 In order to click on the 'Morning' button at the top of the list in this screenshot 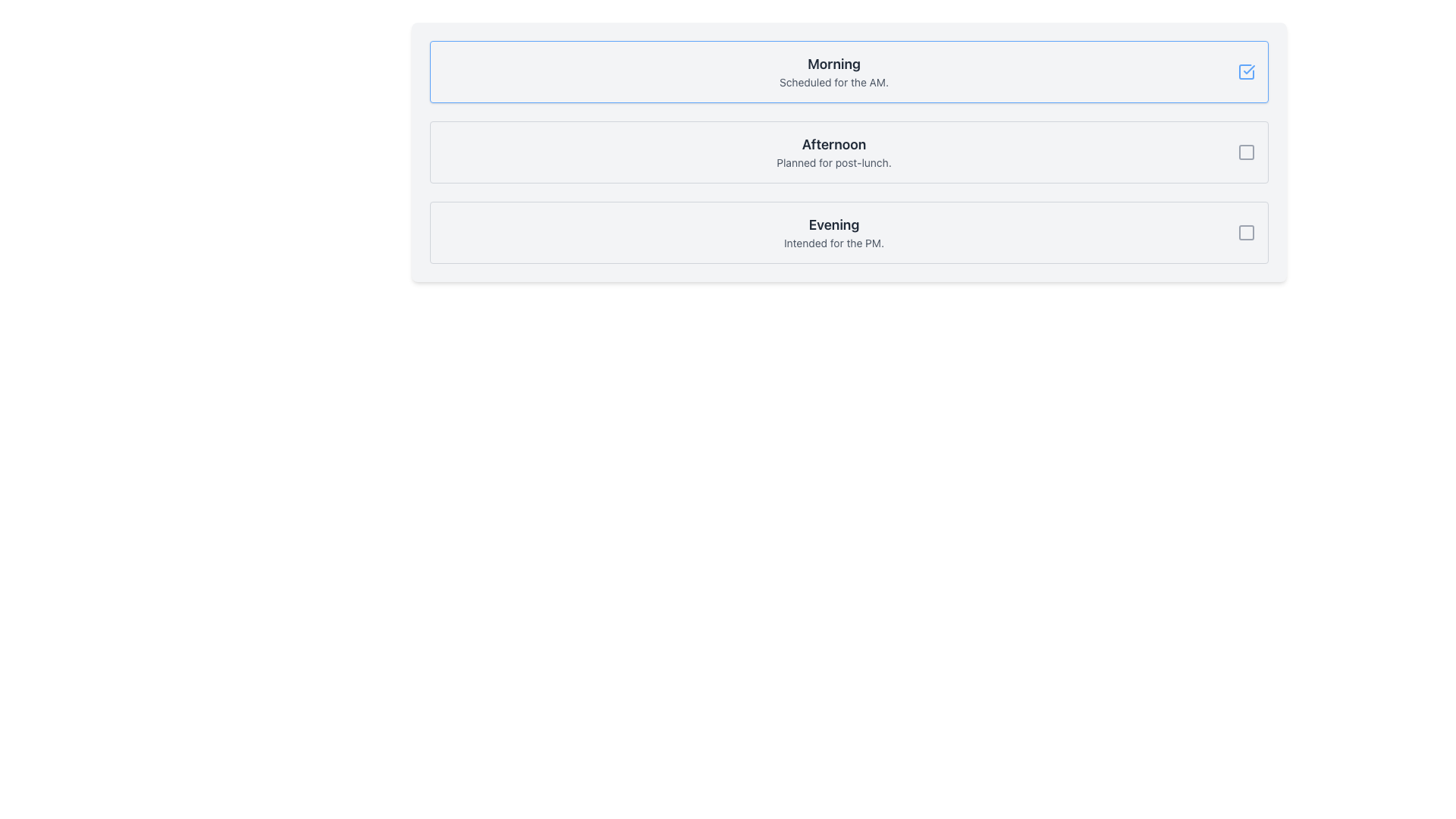, I will do `click(848, 72)`.